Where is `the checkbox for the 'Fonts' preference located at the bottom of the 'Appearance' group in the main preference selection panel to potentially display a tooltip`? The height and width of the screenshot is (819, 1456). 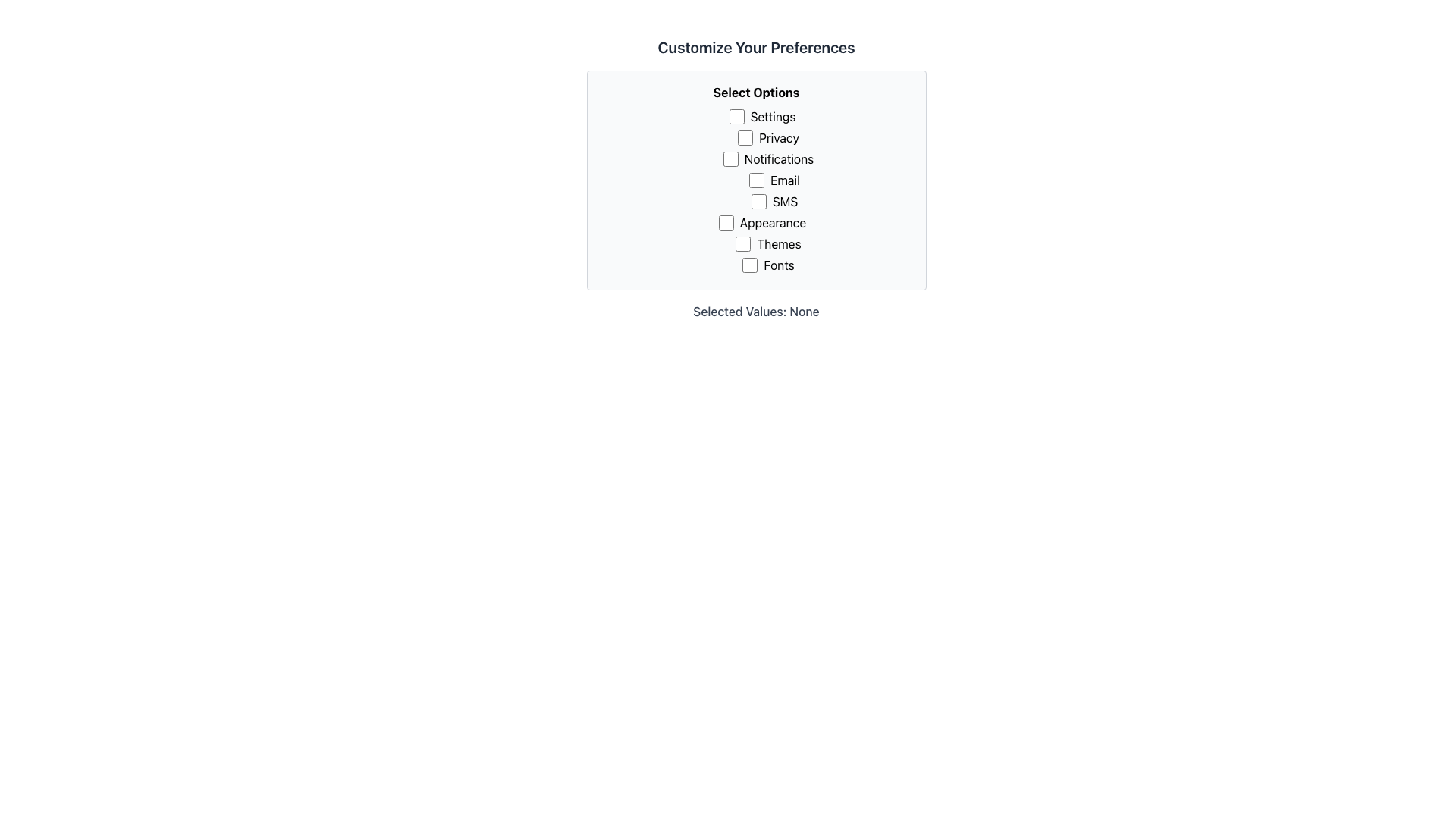
the checkbox for the 'Fonts' preference located at the bottom of the 'Appearance' group in the main preference selection panel to potentially display a tooltip is located at coordinates (750, 265).